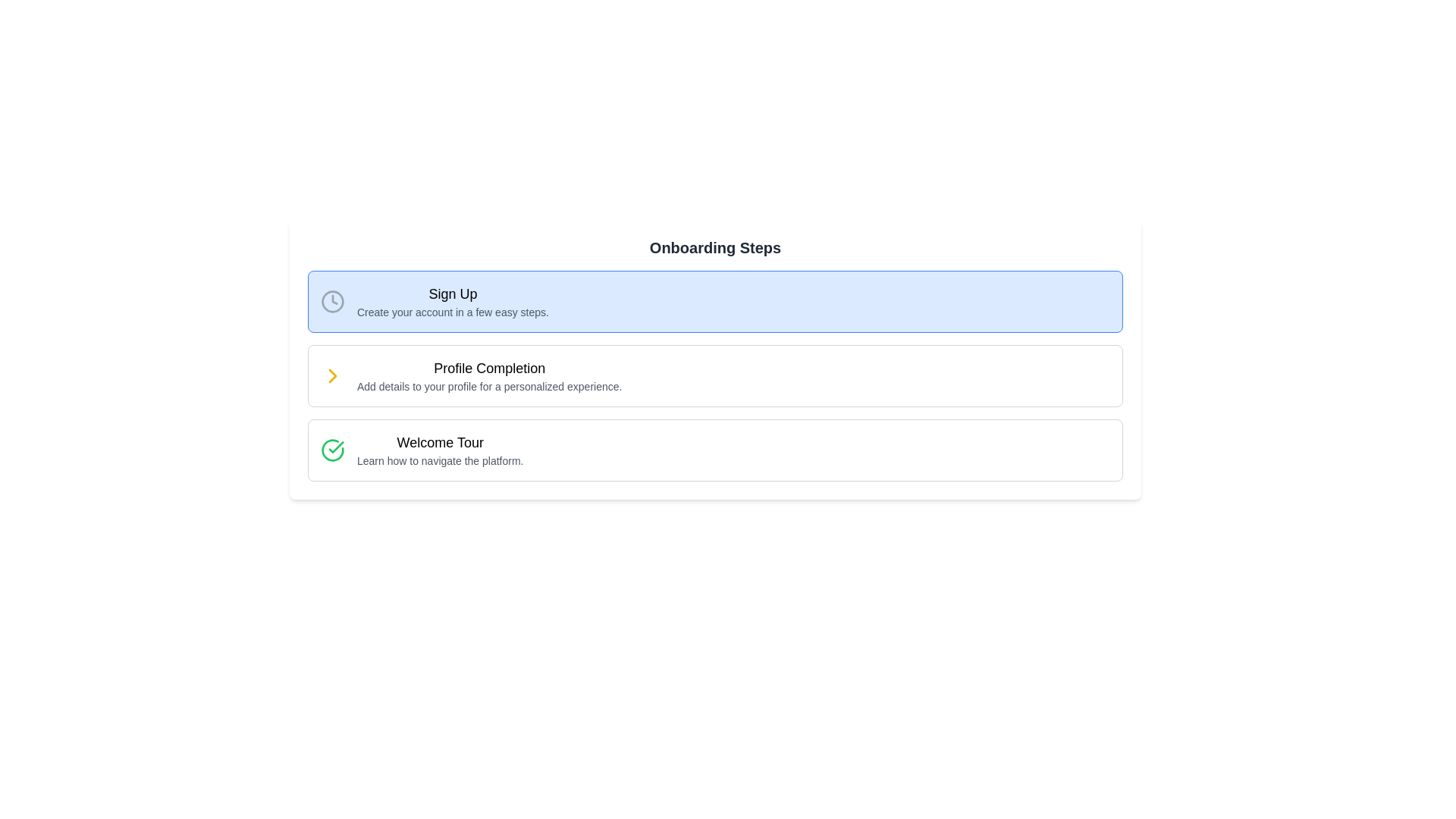 The image size is (1456, 819). Describe the element at coordinates (439, 450) in the screenshot. I see `the informational text block titled 'Welcome Tour' that provides a subtitle 'Learn how to navigate the platform.' in the onboarding process` at that location.